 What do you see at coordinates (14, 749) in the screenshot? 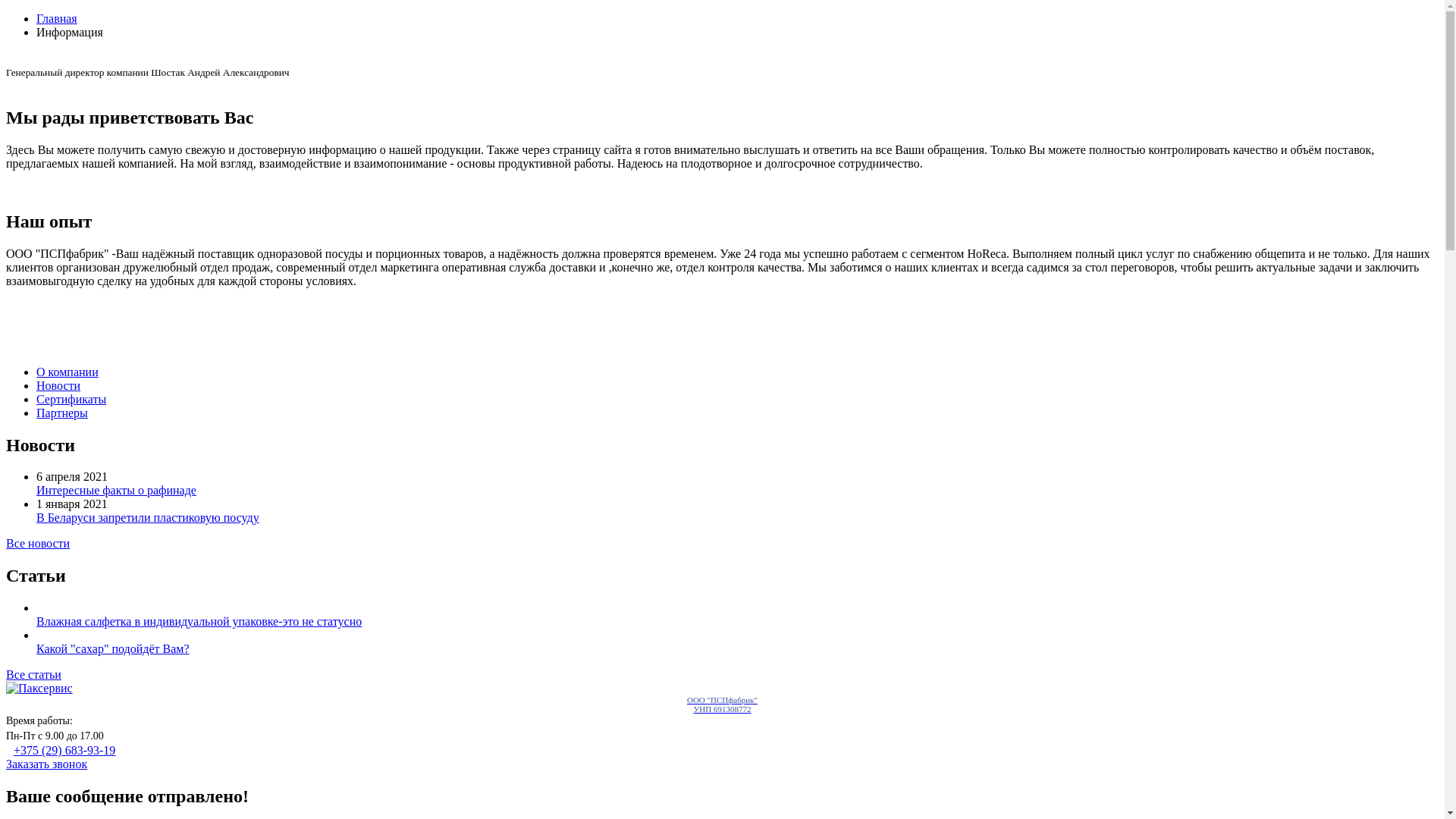
I see `'+375 (29) 683-93-19'` at bounding box center [14, 749].